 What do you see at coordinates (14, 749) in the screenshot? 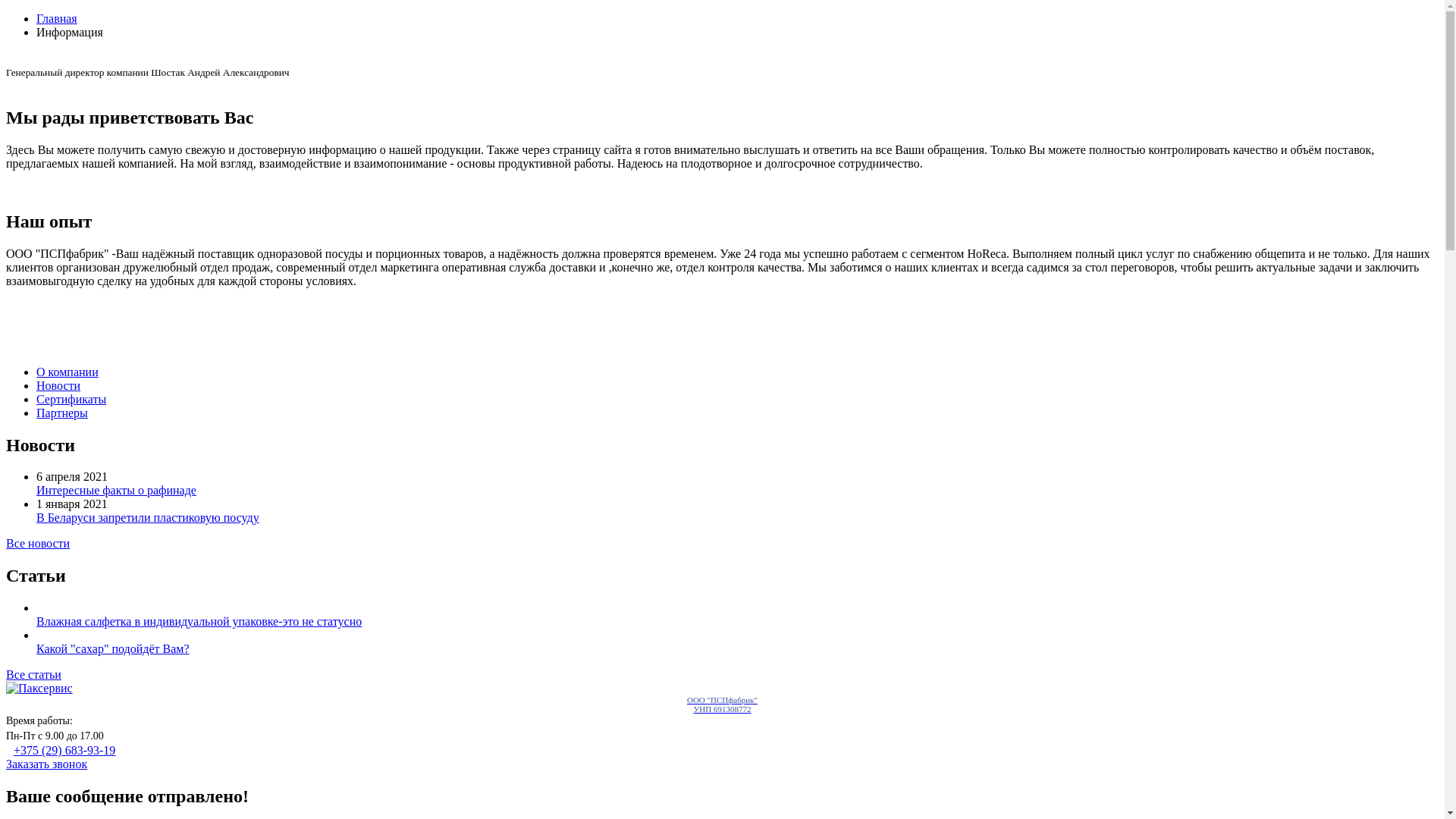
I see `'+375 (29) 683-93-19'` at bounding box center [14, 749].